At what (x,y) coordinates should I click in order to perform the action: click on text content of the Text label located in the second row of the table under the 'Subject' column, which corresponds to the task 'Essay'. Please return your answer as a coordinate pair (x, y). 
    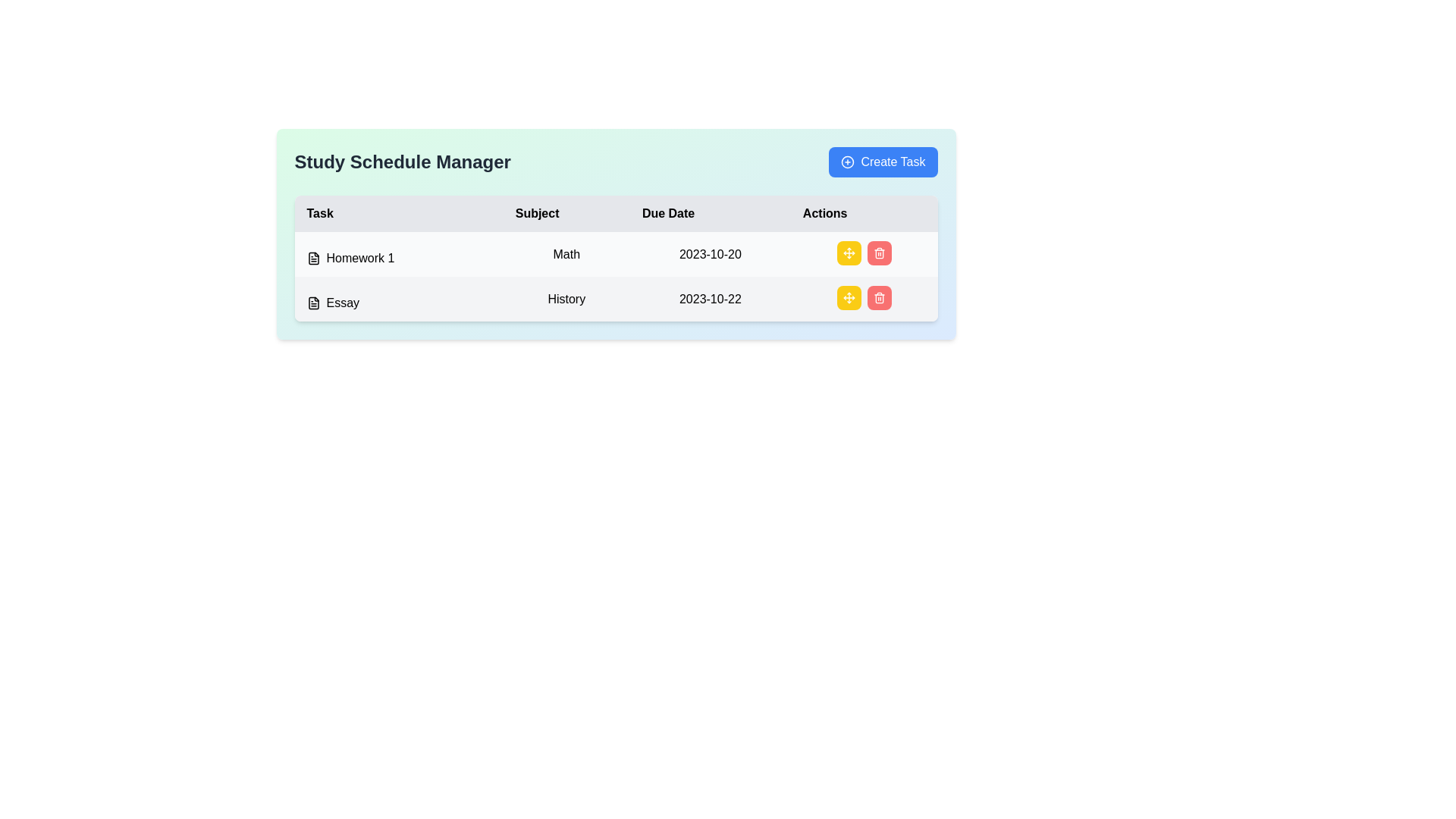
    Looking at the image, I should click on (566, 299).